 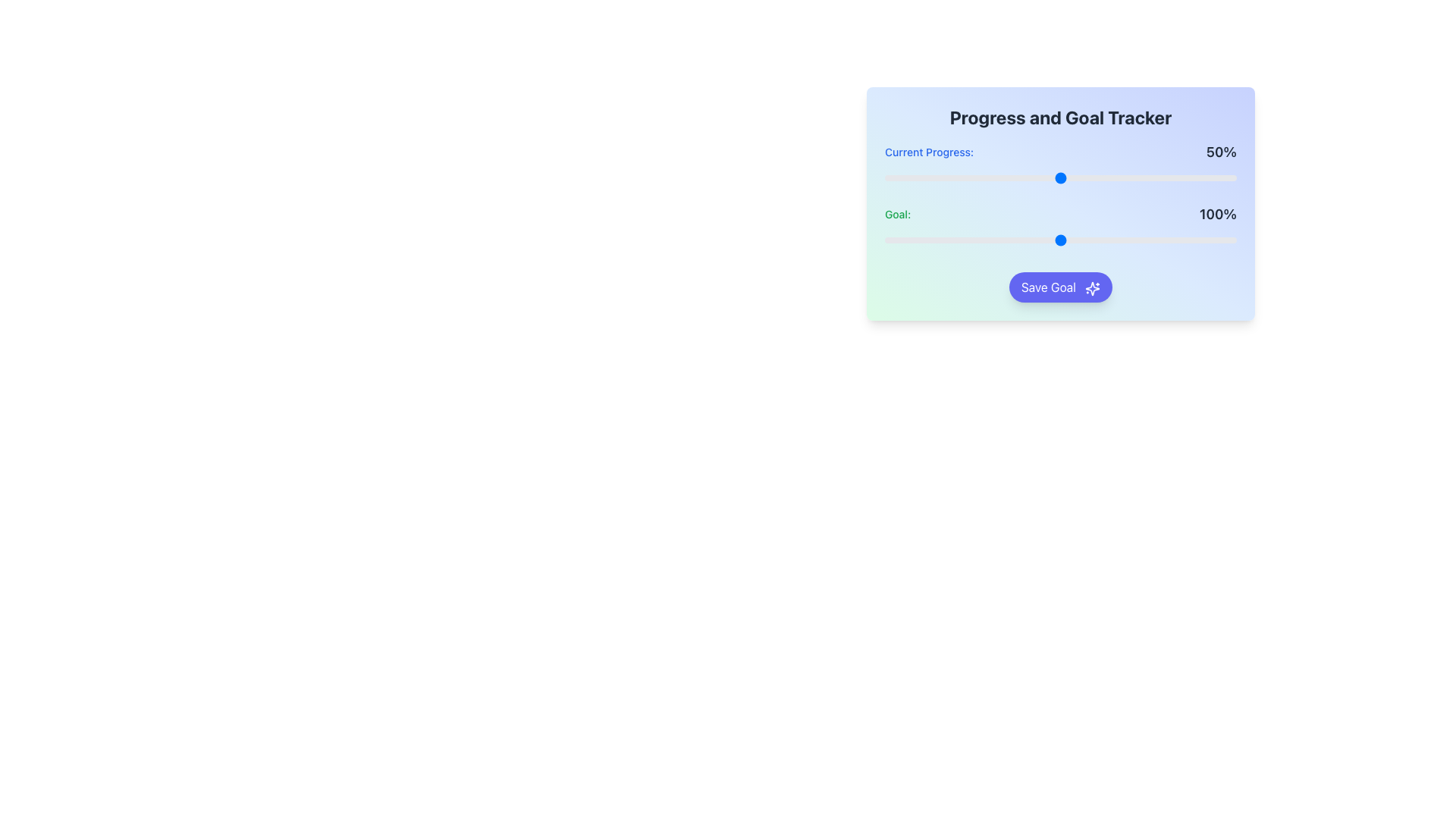 I want to click on the save button located below the progress sliders labeled 'Current Progress' and 'Goal', so click(x=1059, y=287).